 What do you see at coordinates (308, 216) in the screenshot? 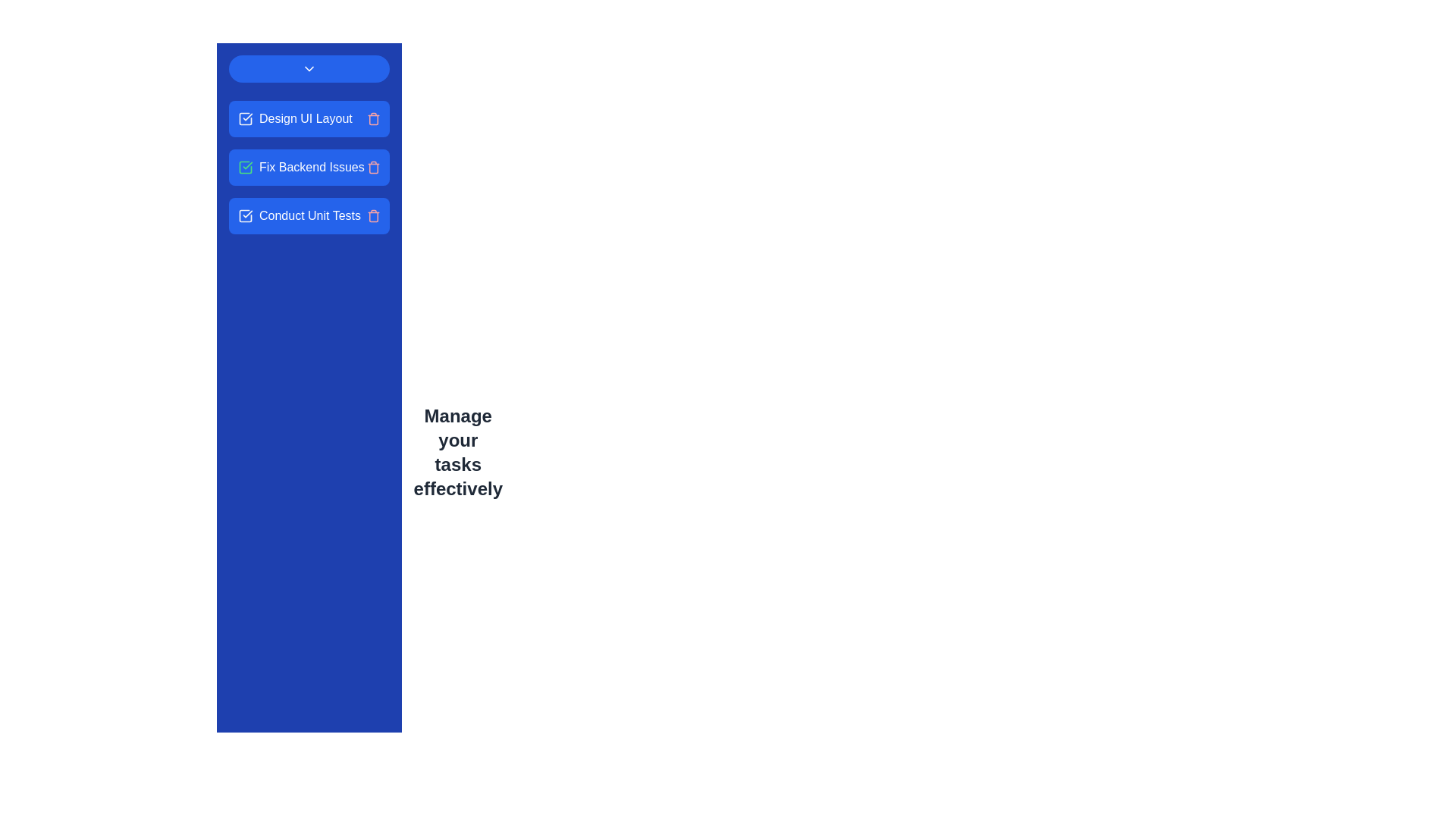
I see `the checkbox of the third task item in the to-do list to mark the task as done` at bounding box center [308, 216].